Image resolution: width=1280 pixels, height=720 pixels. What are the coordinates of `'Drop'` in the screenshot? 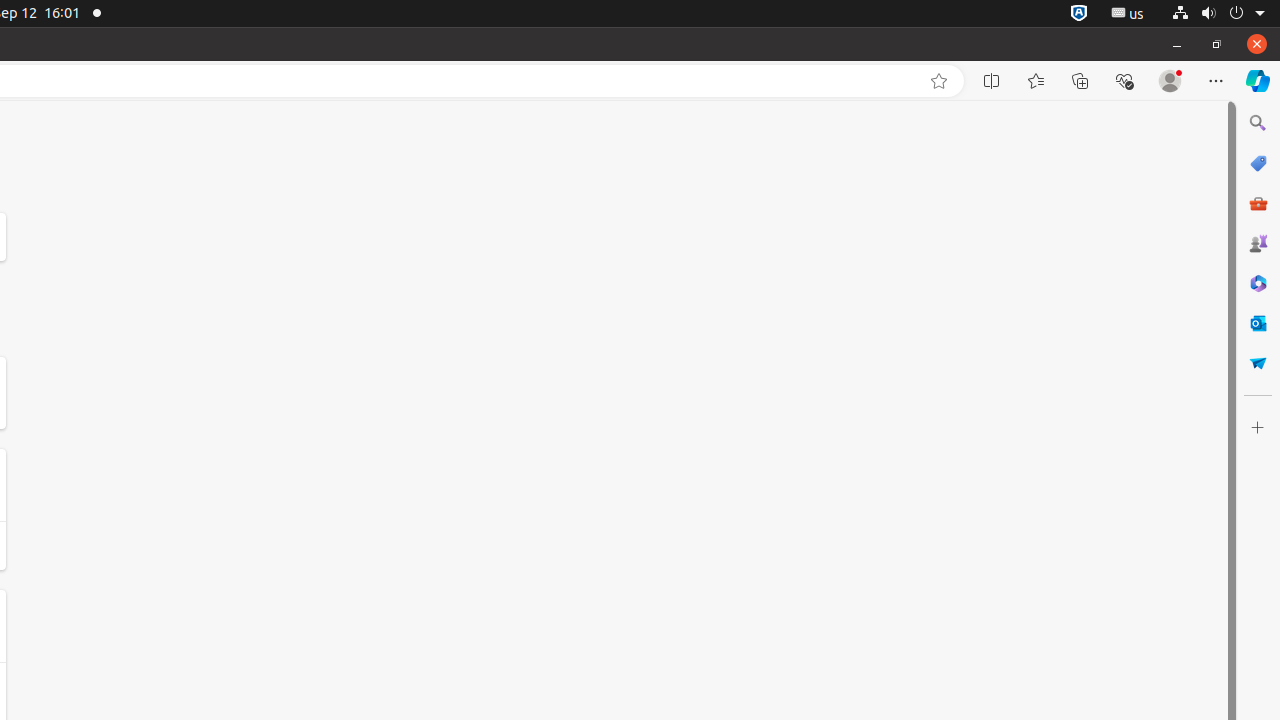 It's located at (1256, 363).